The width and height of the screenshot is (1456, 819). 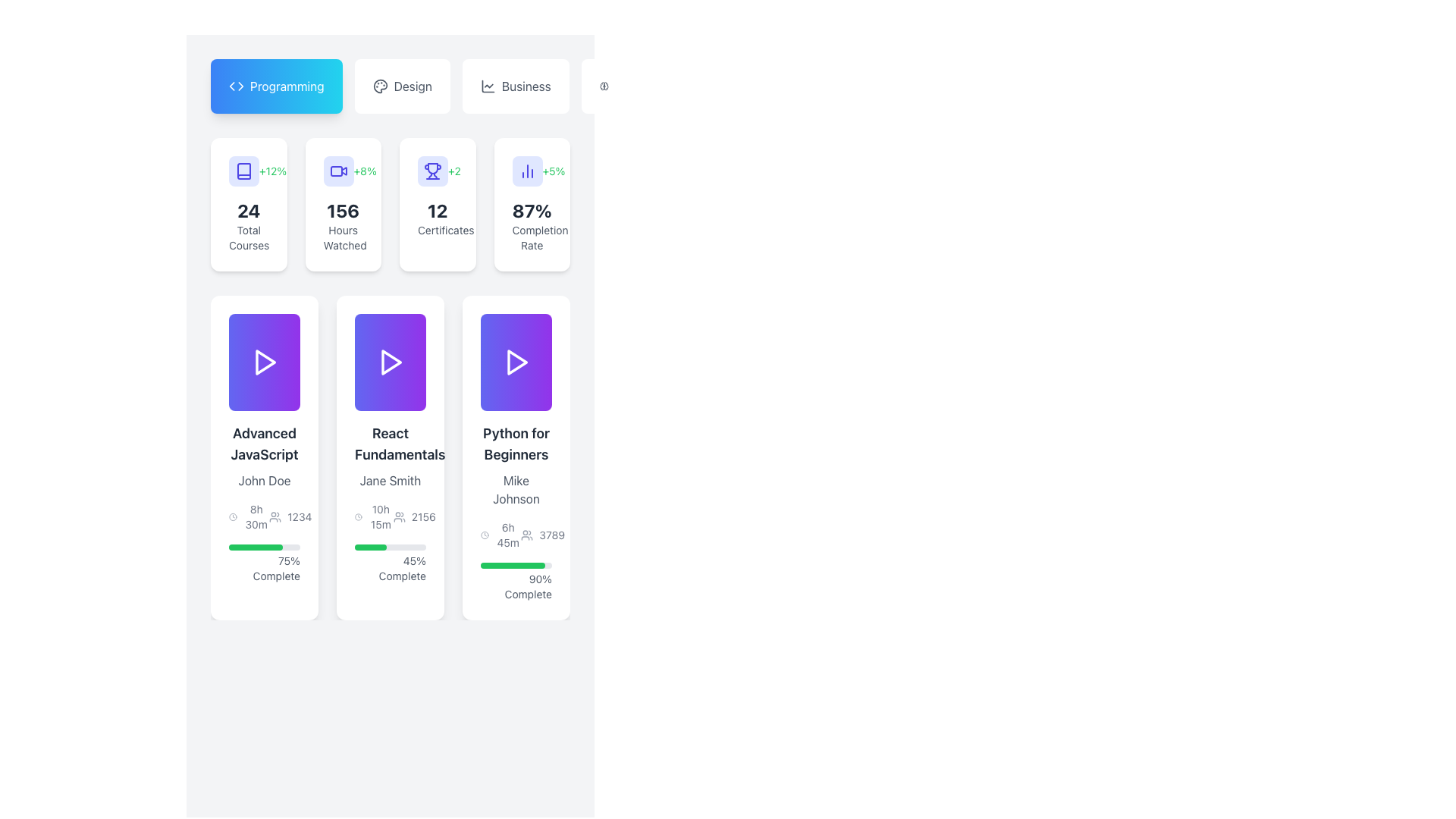 I want to click on the inner green segment of the progress bar for the course 'Python for Beginners' to trigger any tooltips, so click(x=513, y=565).